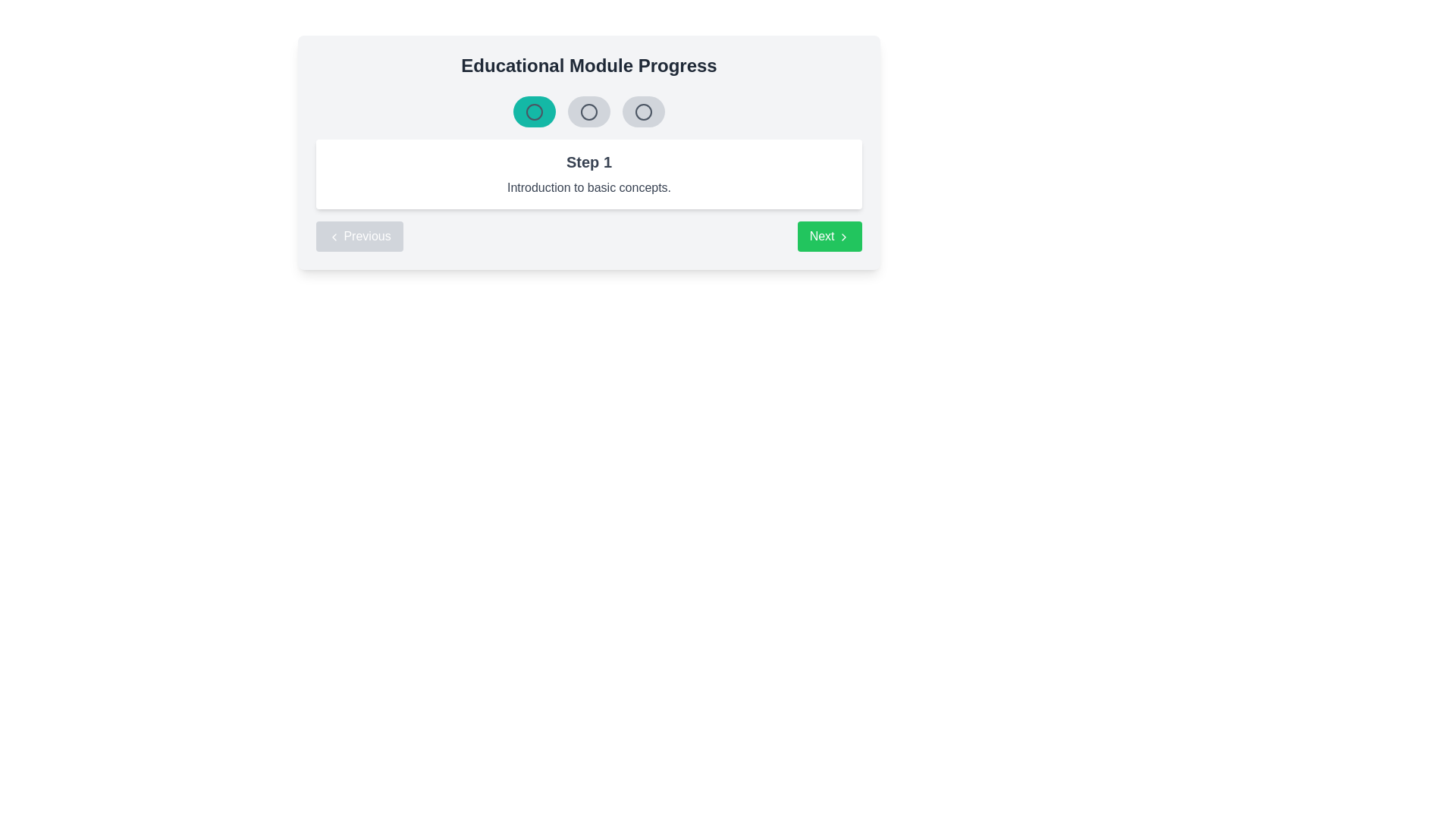 The image size is (1456, 819). Describe the element at coordinates (359, 236) in the screenshot. I see `the 'Previous' button, a rectangular button with rounded corners and white text, through keyboard navigation` at that location.